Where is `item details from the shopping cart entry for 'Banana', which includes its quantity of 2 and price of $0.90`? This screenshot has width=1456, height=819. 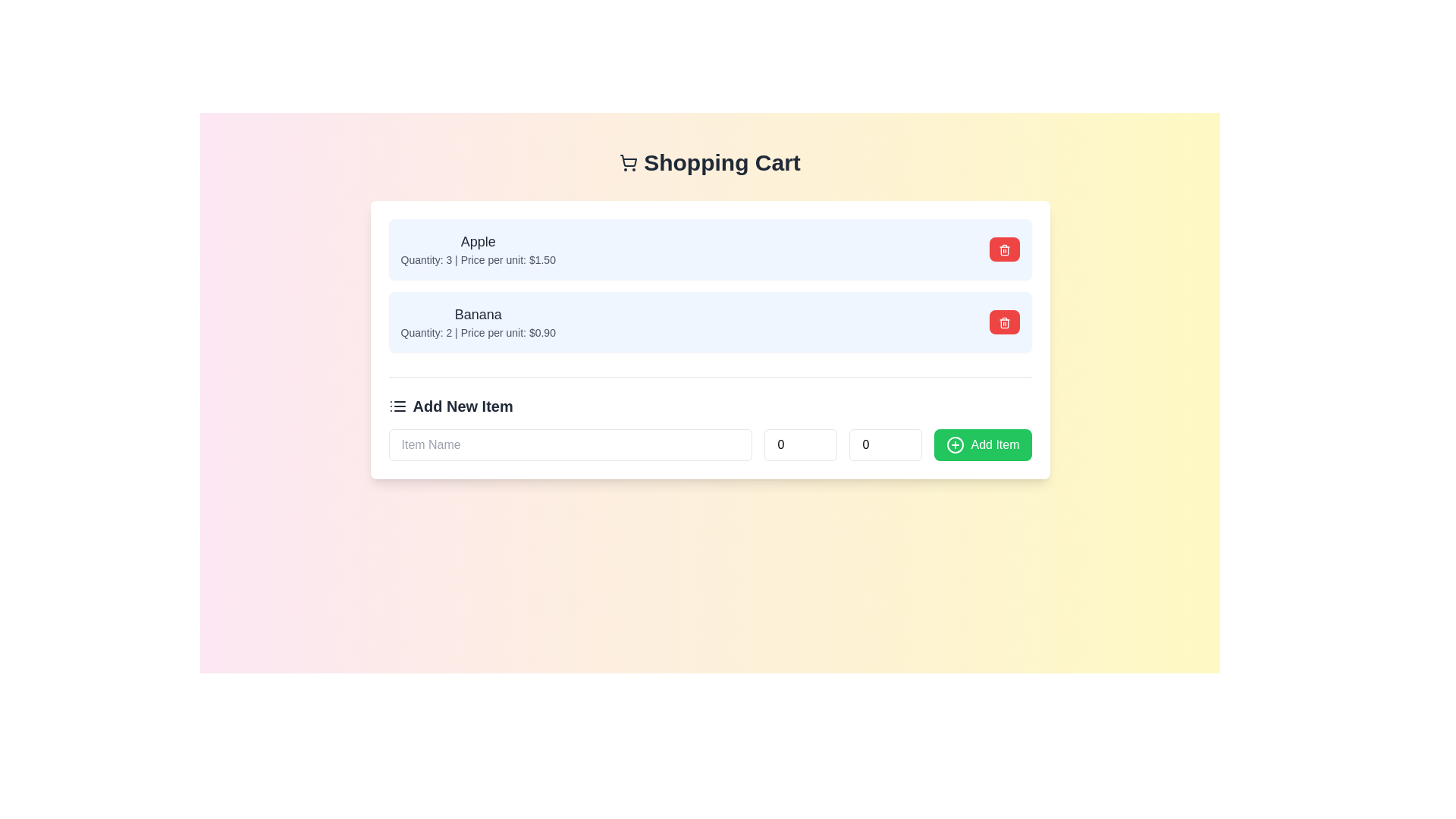
item details from the shopping cart entry for 'Banana', which includes its quantity of 2 and price of $0.90 is located at coordinates (709, 321).